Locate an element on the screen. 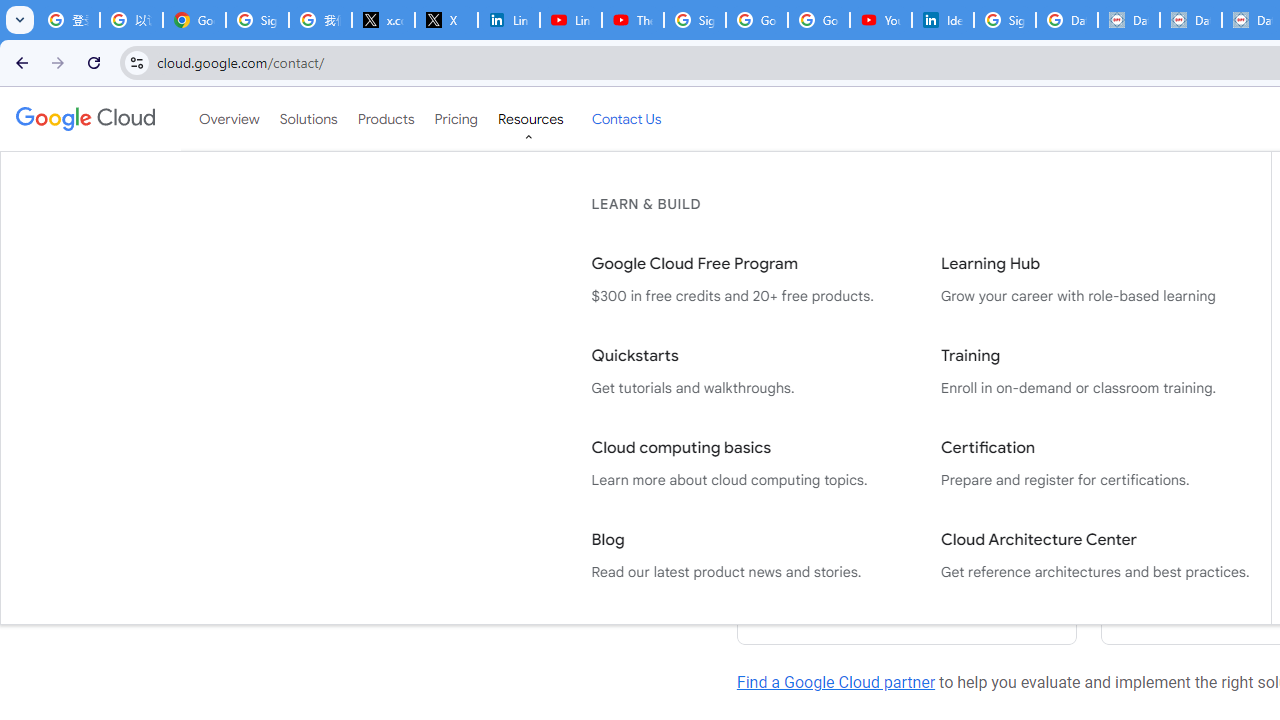 This screenshot has width=1280, height=720. 'Resources' is located at coordinates (530, 119).